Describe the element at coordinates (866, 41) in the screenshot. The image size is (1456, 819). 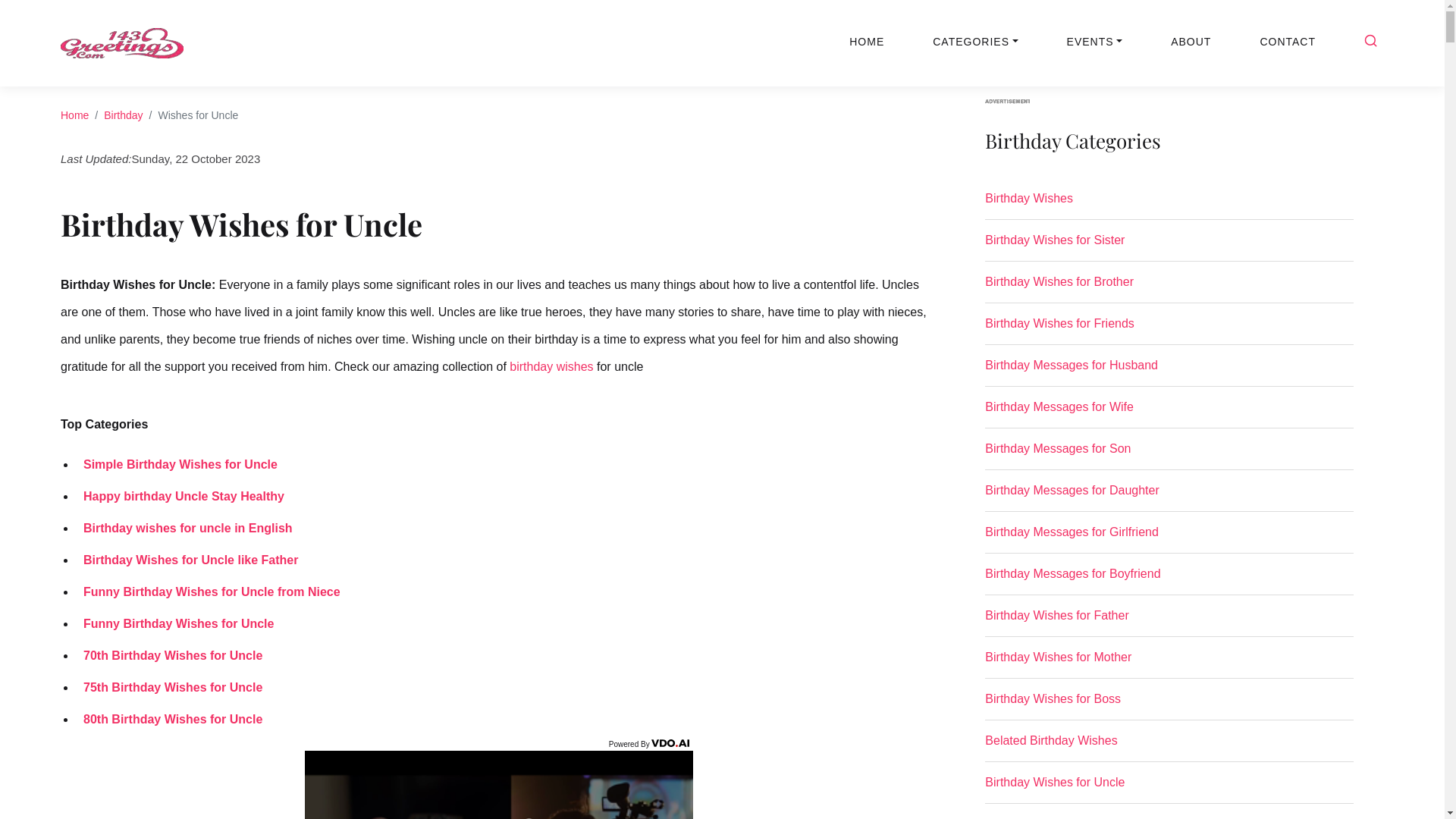
I see `'HOME'` at that location.